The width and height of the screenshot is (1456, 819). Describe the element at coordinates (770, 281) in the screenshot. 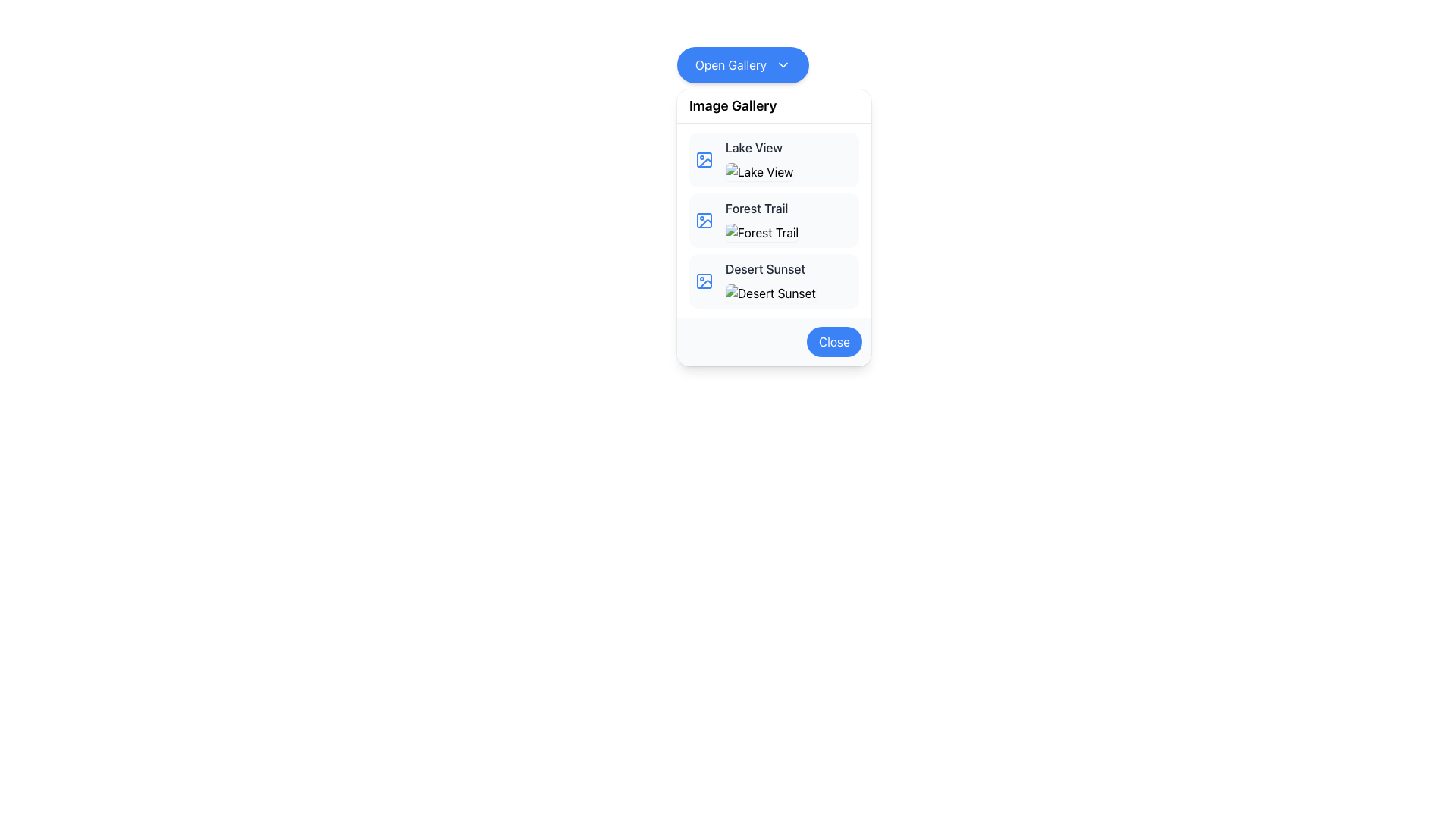

I see `the third item in the vertical list labeled 'Desert Sunset'` at that location.